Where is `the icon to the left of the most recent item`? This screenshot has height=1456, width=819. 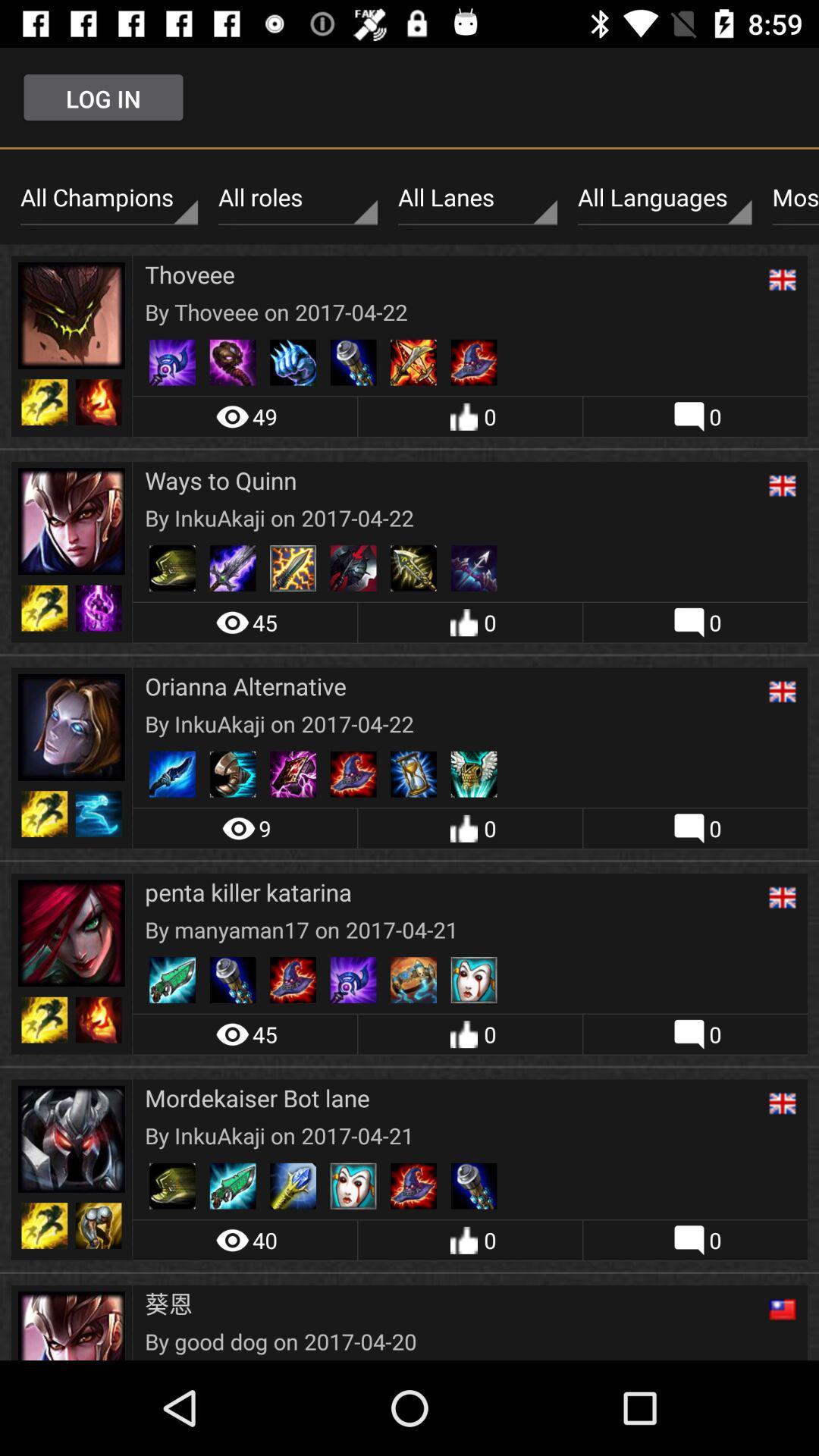
the icon to the left of the most recent item is located at coordinates (664, 197).